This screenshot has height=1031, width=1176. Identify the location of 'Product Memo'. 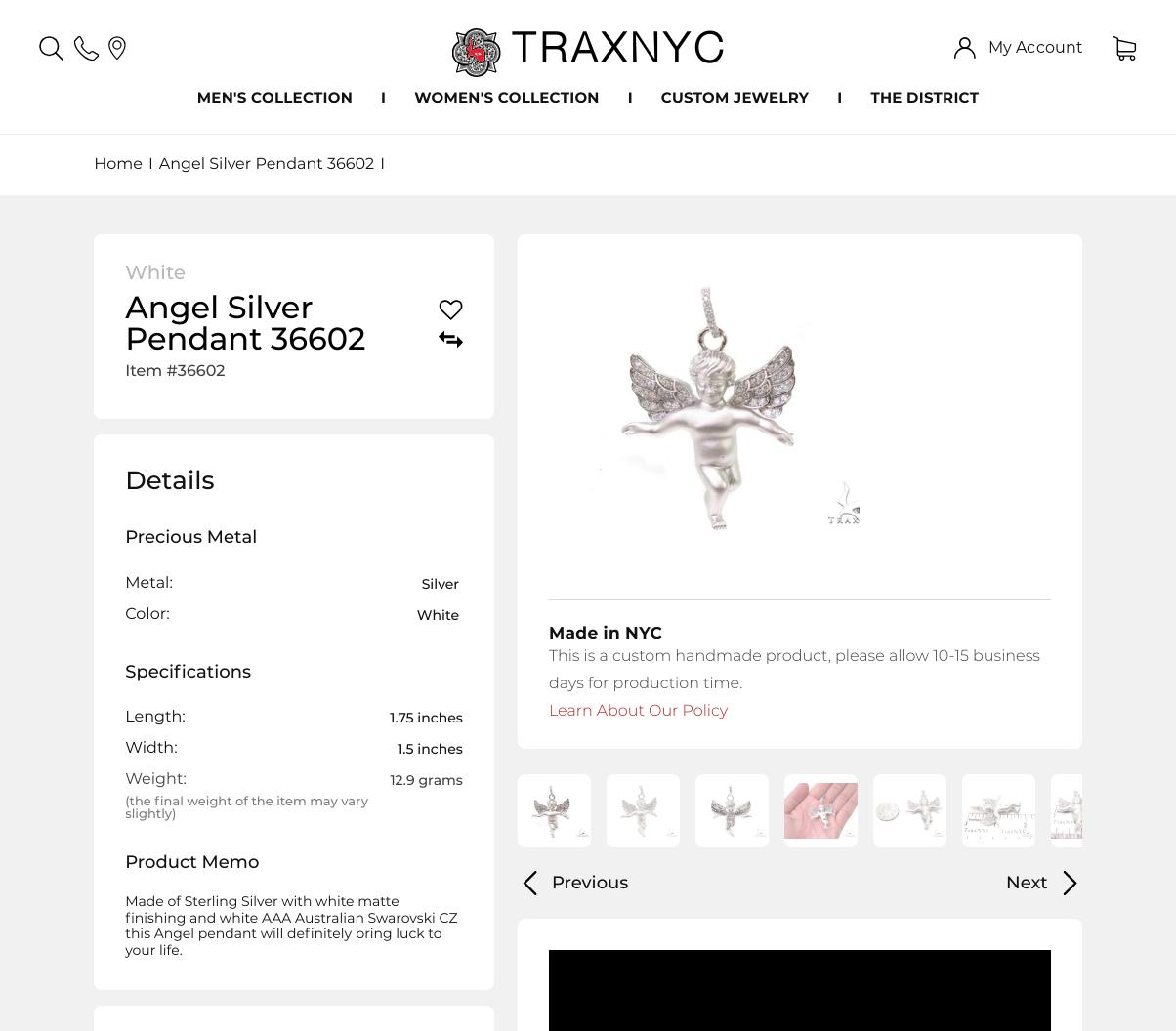
(191, 861).